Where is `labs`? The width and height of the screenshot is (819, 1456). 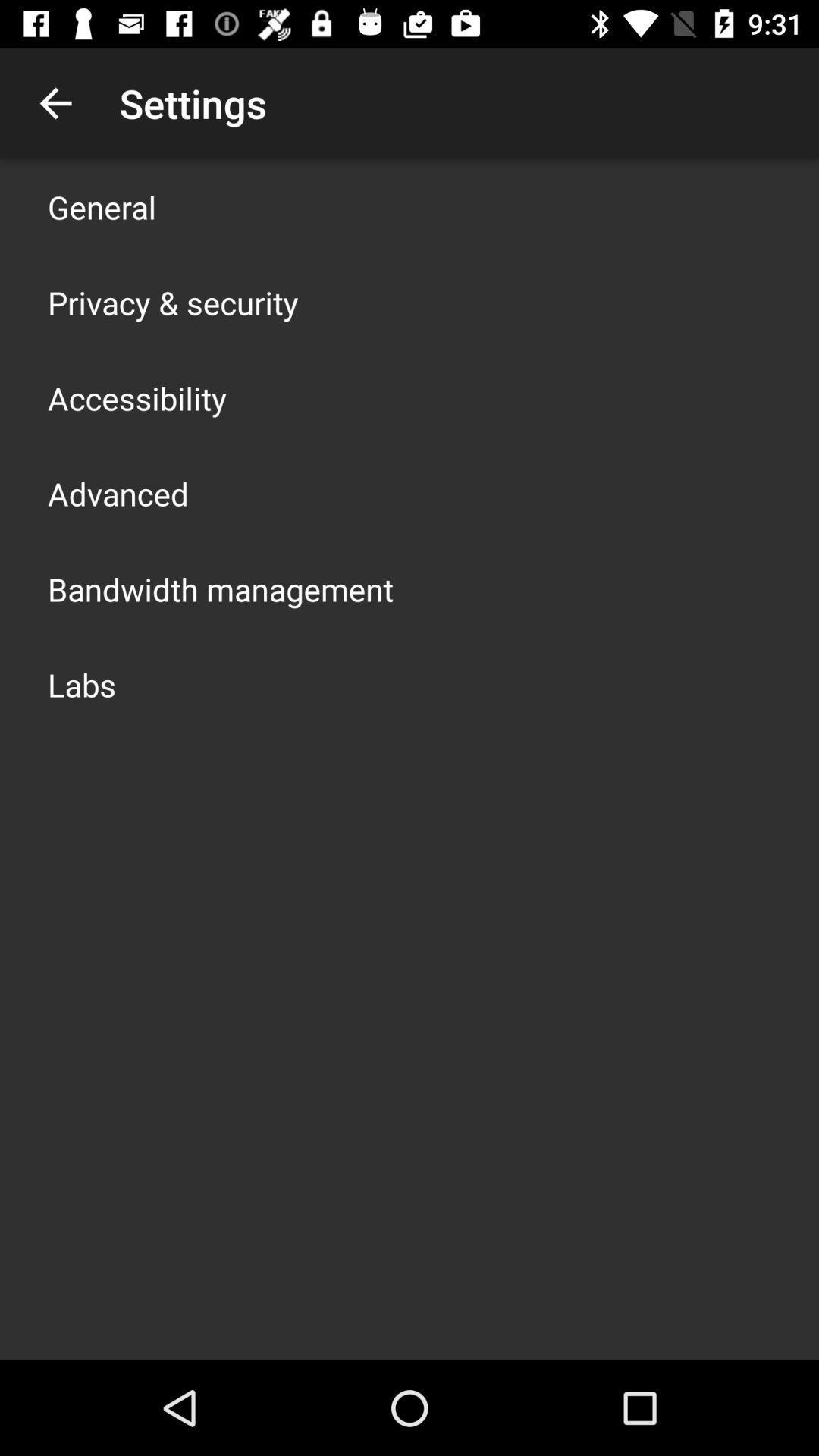 labs is located at coordinates (82, 683).